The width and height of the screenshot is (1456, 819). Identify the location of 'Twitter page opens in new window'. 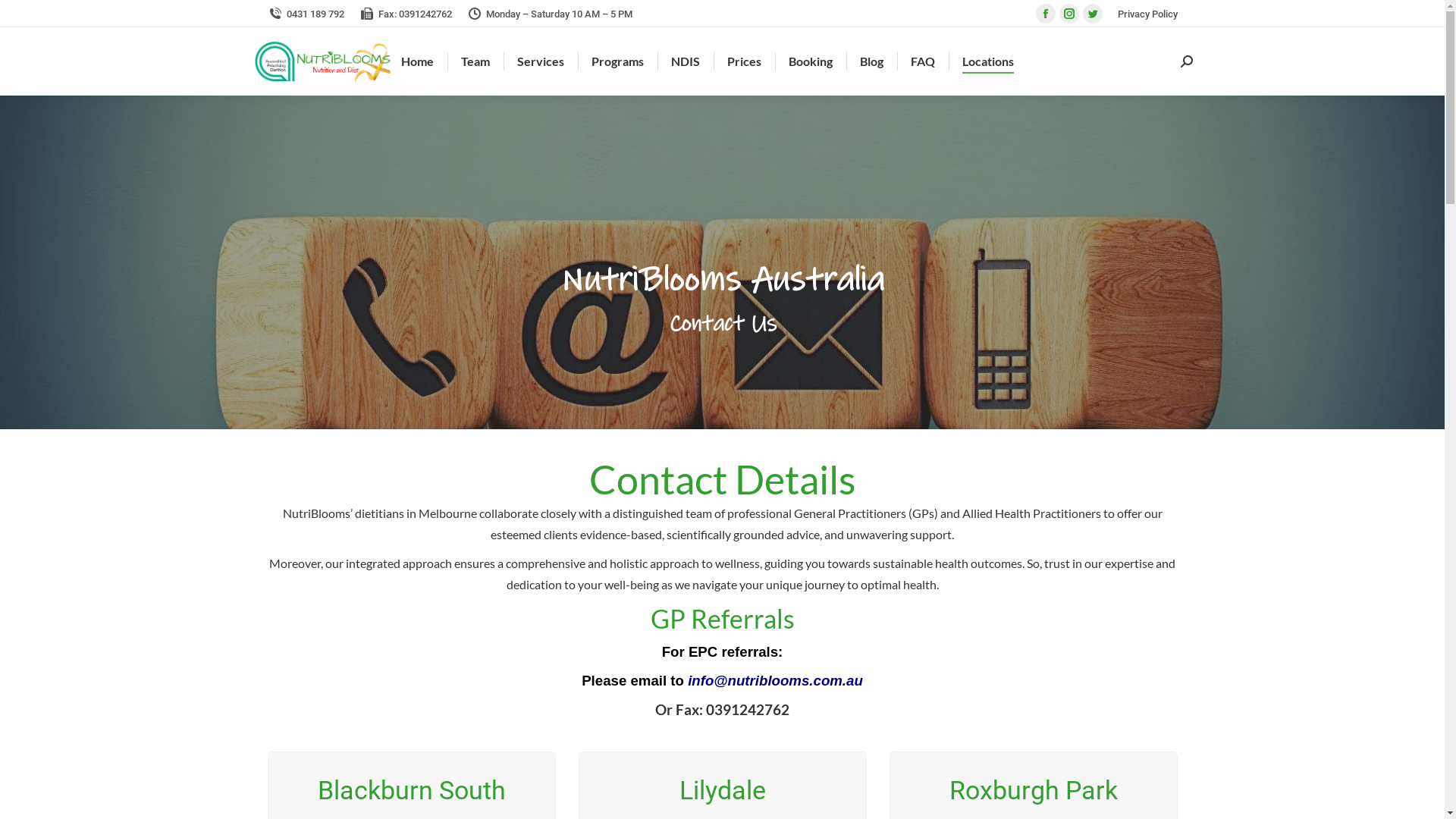
(1092, 14).